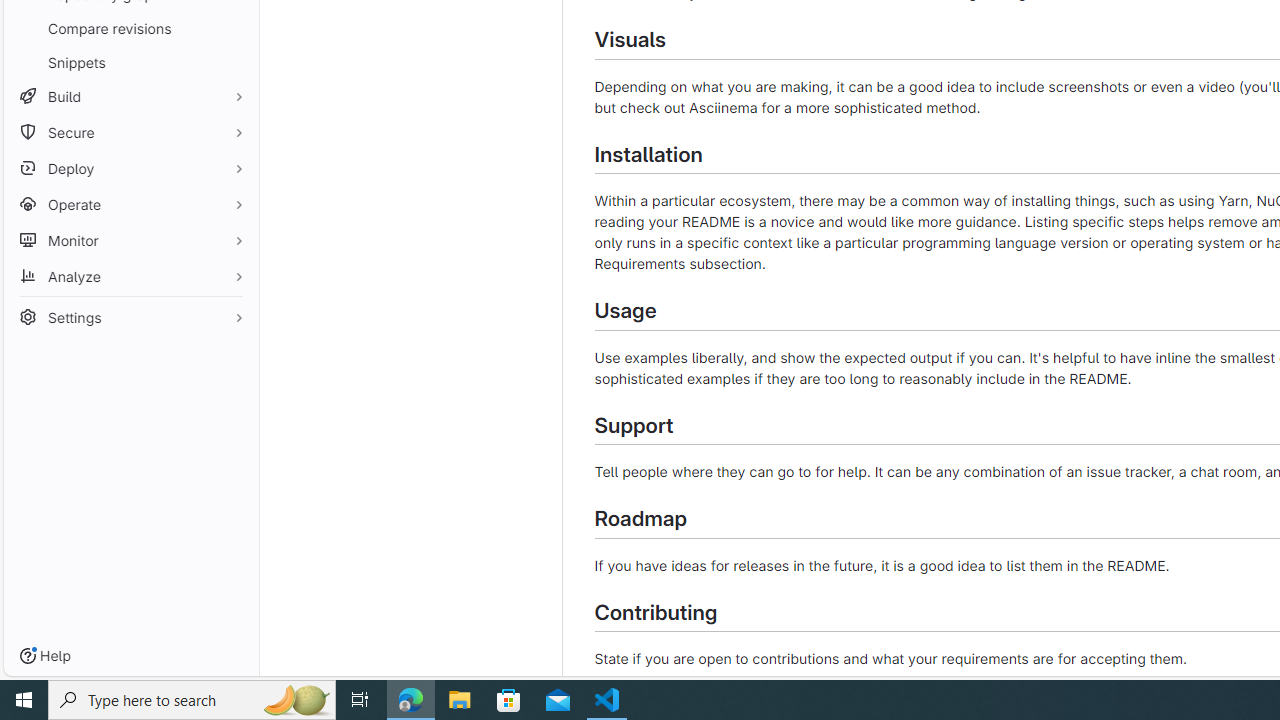  What do you see at coordinates (130, 132) in the screenshot?
I see `'Secure'` at bounding box center [130, 132].